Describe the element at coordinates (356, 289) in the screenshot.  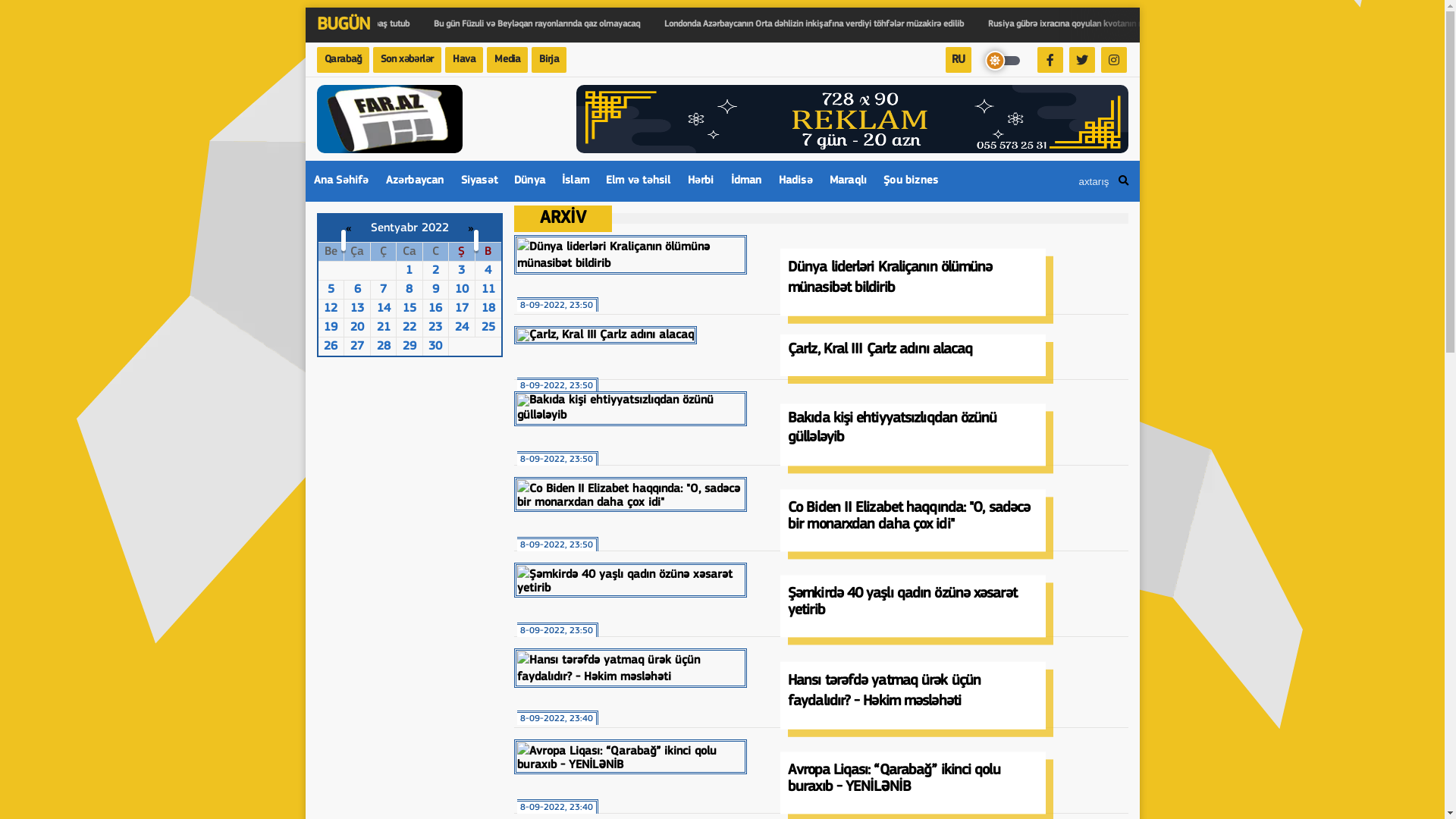
I see `'6'` at that location.